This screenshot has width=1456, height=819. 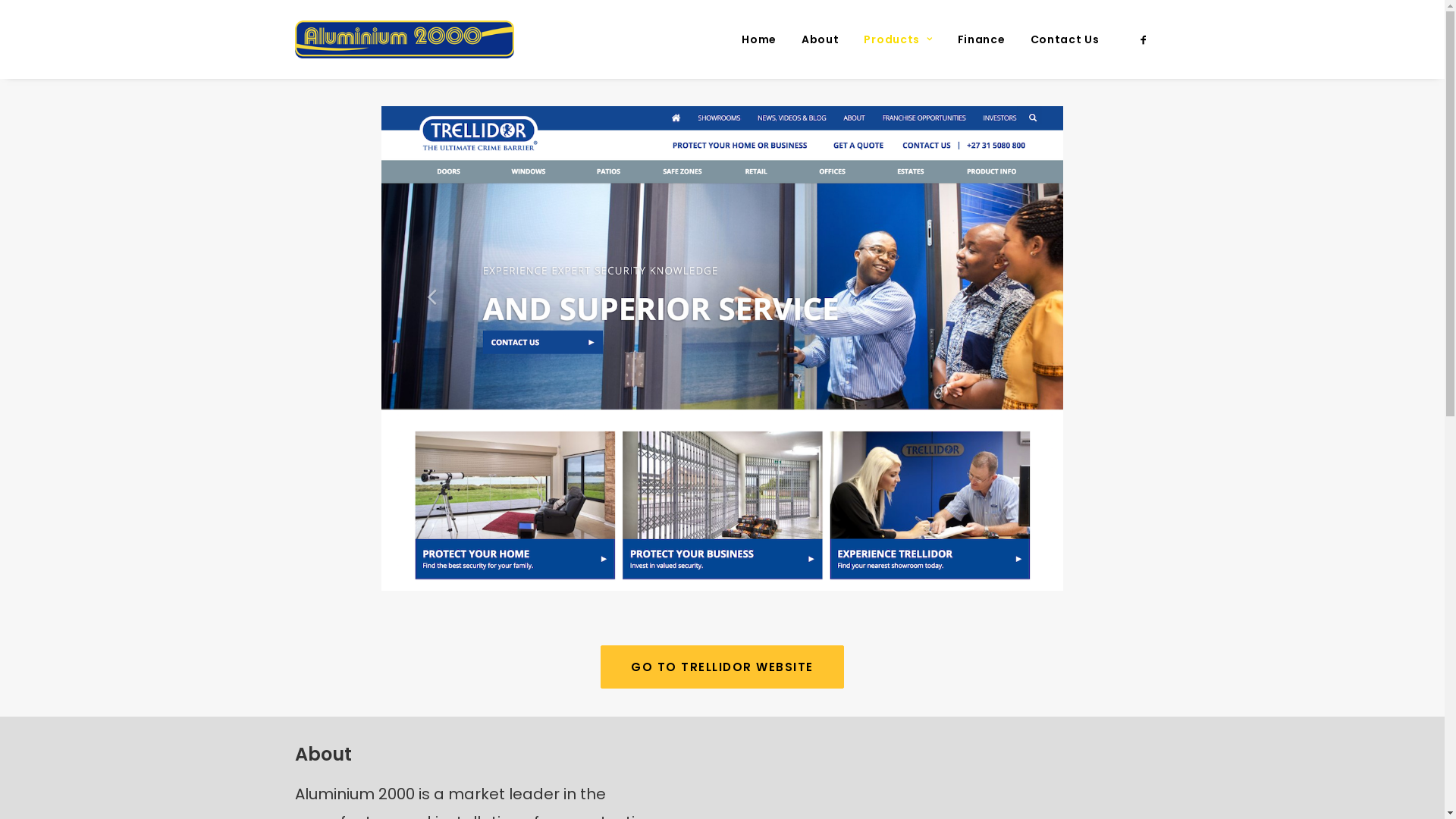 What do you see at coordinates (819, 38) in the screenshot?
I see `'About'` at bounding box center [819, 38].